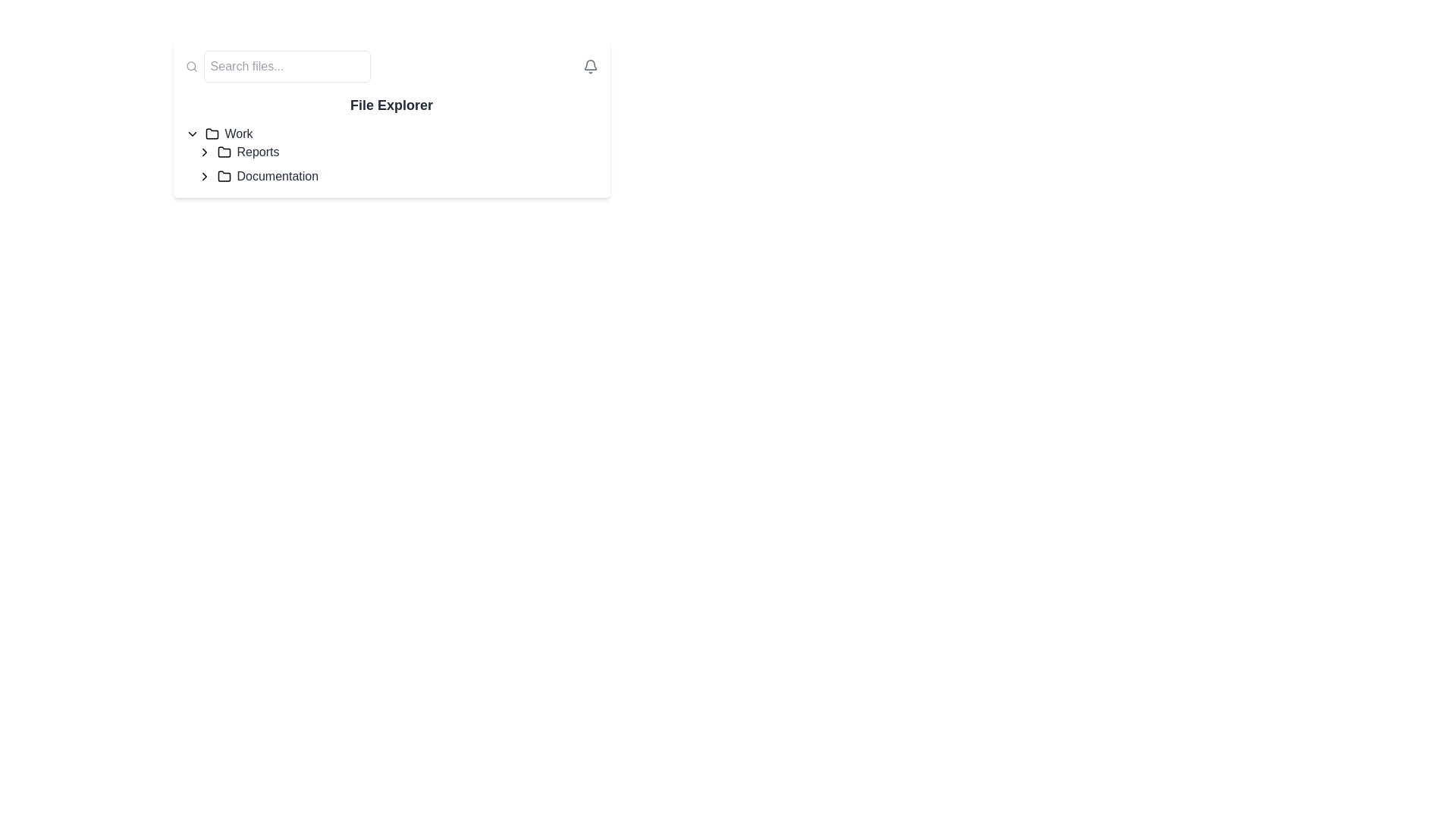  Describe the element at coordinates (203, 152) in the screenshot. I see `the right-pointing chevron arrow icon located next to the 'Reports' folder label` at that location.